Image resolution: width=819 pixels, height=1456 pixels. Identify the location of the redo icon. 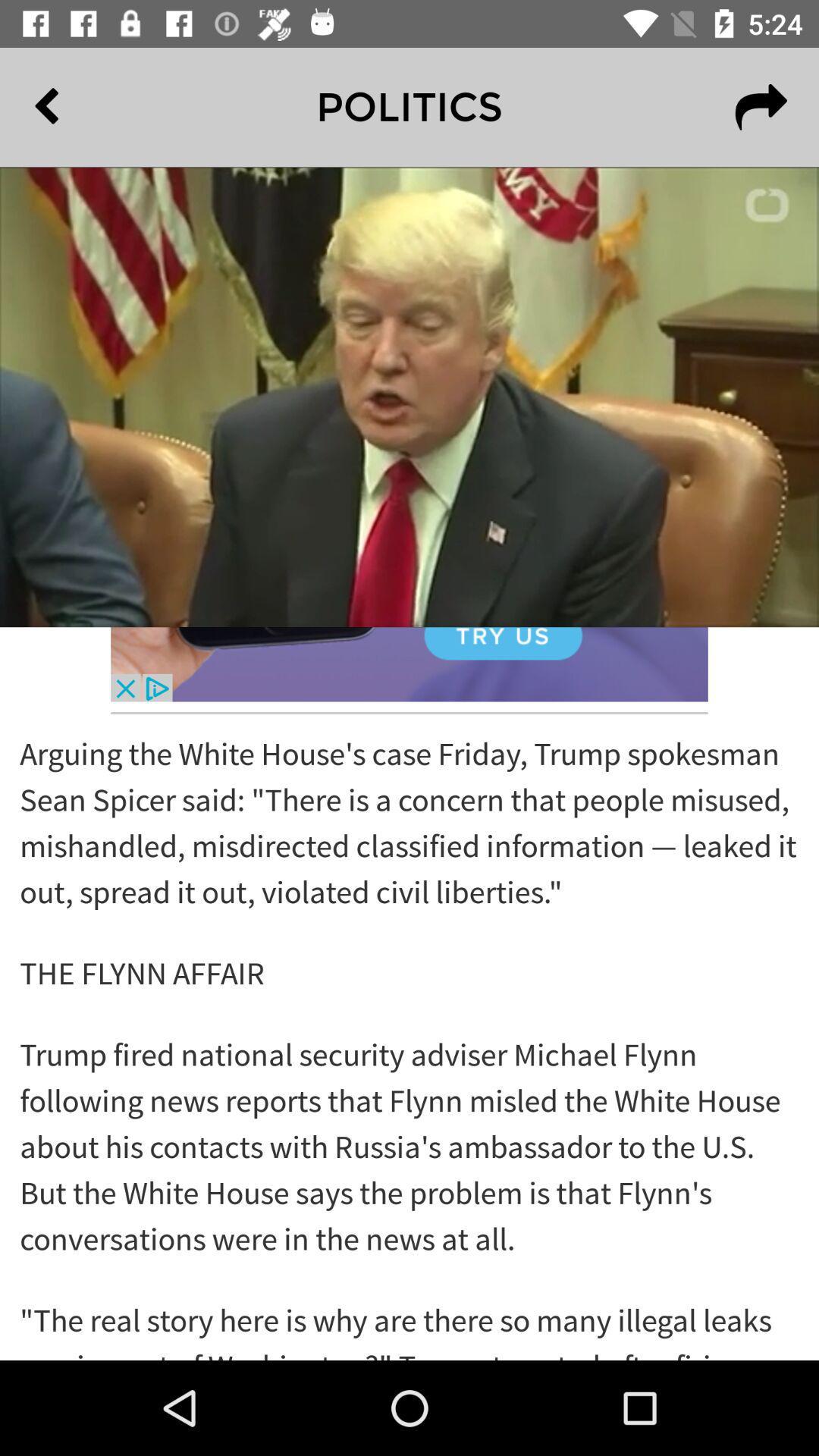
(761, 106).